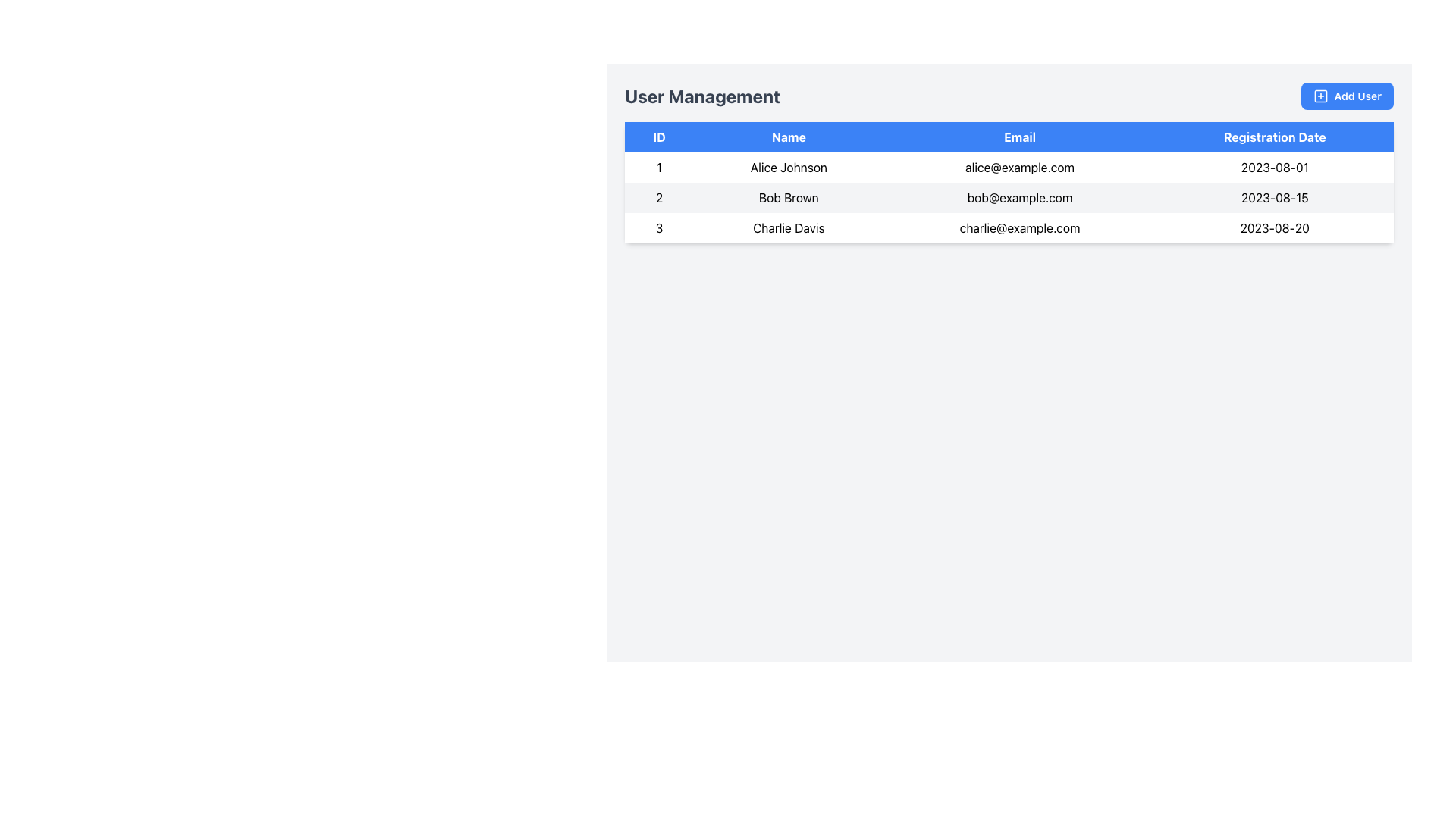 The image size is (1456, 819). Describe the element at coordinates (789, 197) in the screenshot. I see `the Text label displaying the name 'Bob Brown' located in the second row, second column of the table under the 'Name' header` at that location.